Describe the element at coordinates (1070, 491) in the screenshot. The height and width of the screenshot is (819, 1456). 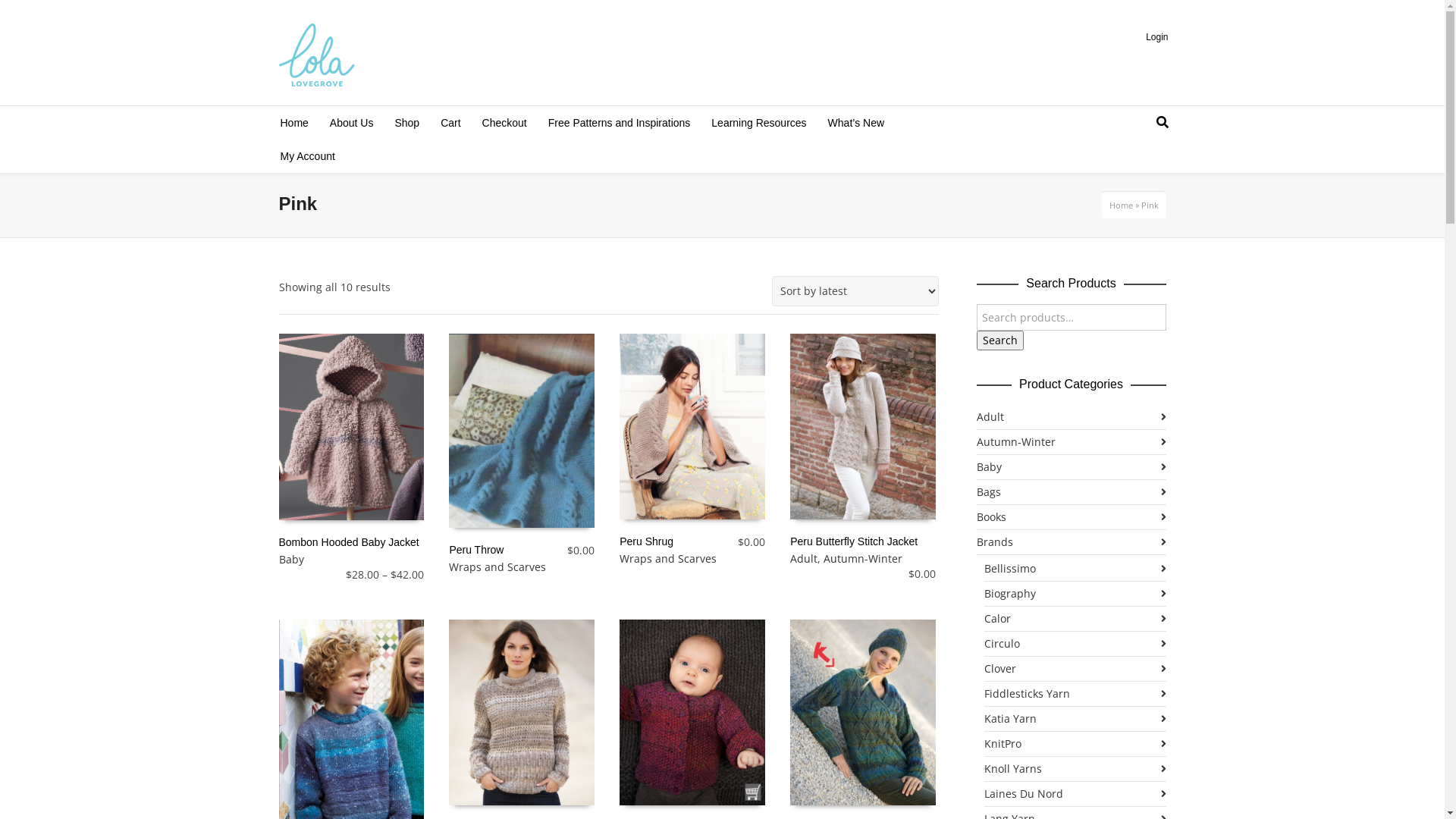
I see `'Bags'` at that location.